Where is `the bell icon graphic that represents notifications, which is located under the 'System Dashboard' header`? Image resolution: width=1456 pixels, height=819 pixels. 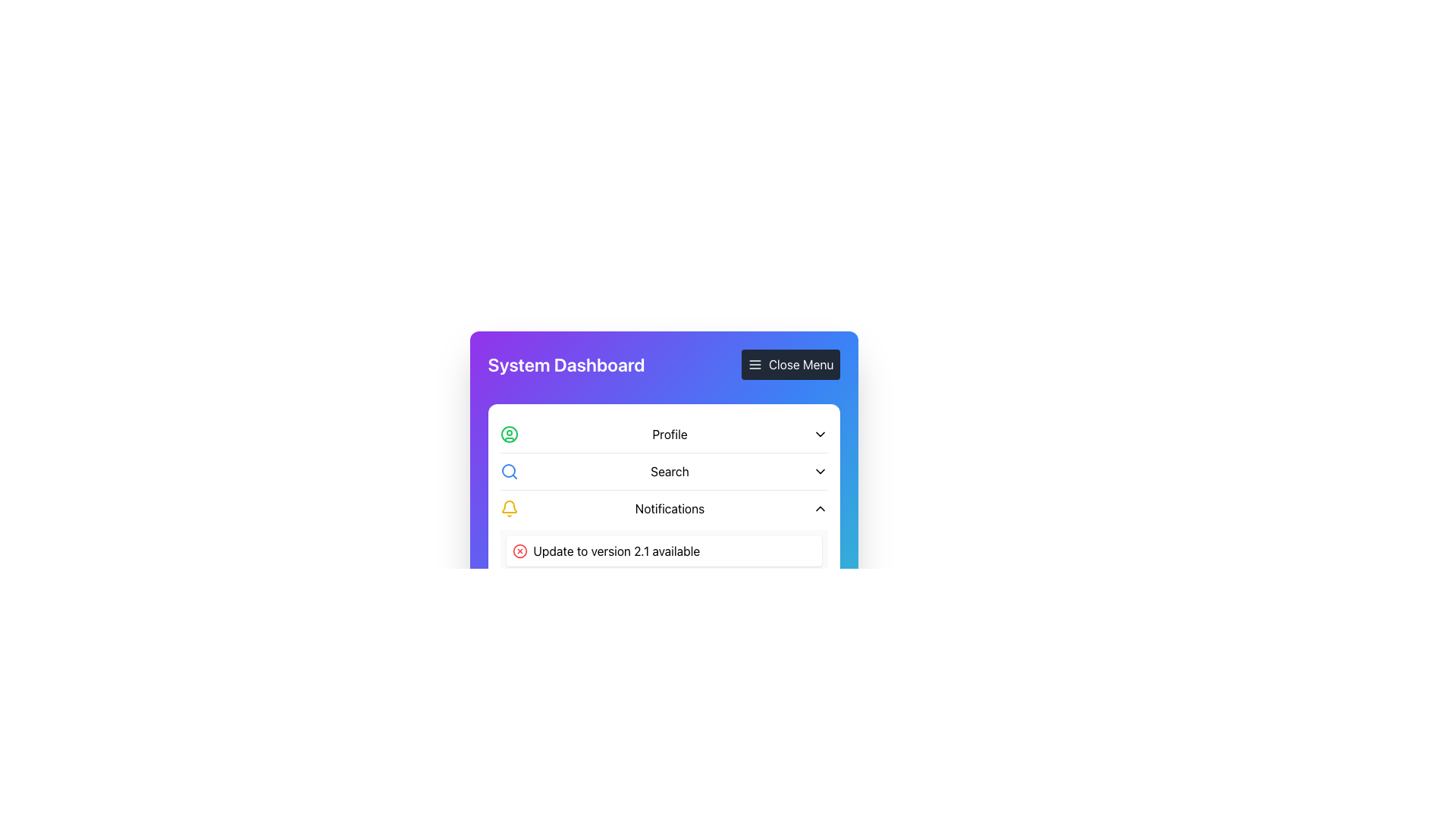
the bell icon graphic that represents notifications, which is located under the 'System Dashboard' header is located at coordinates (509, 507).